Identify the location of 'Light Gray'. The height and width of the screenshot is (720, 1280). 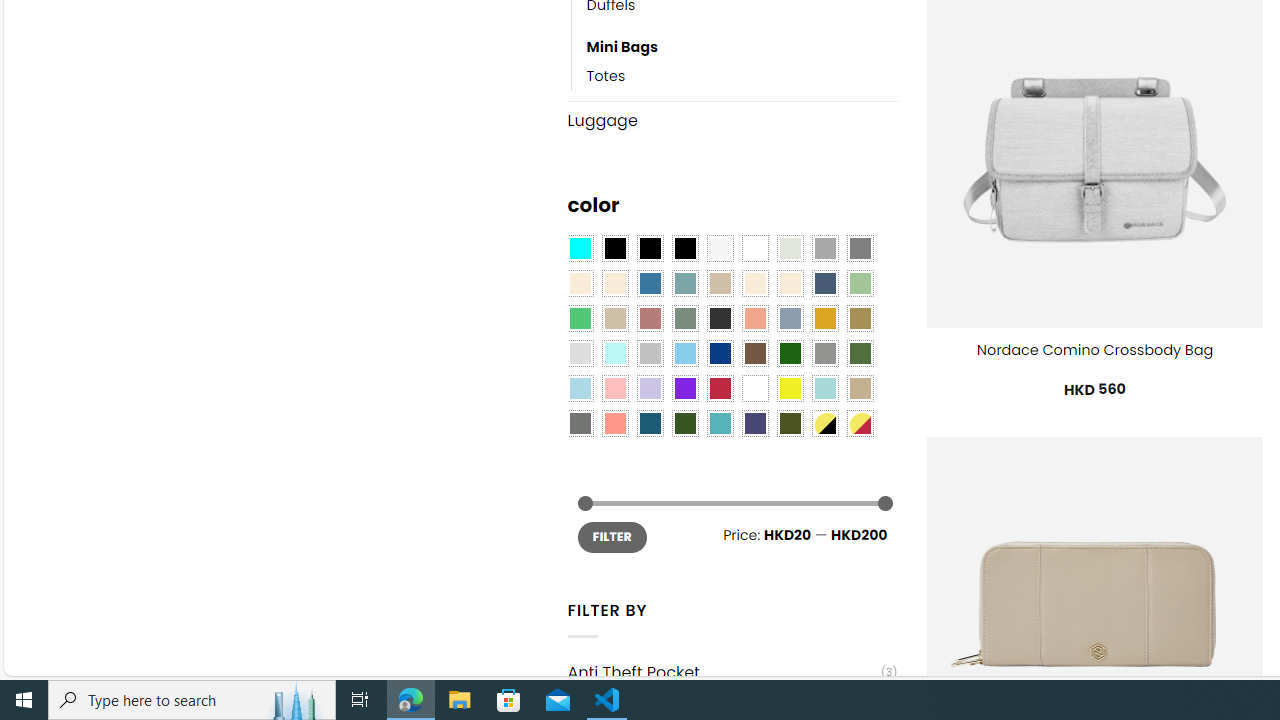
(578, 353).